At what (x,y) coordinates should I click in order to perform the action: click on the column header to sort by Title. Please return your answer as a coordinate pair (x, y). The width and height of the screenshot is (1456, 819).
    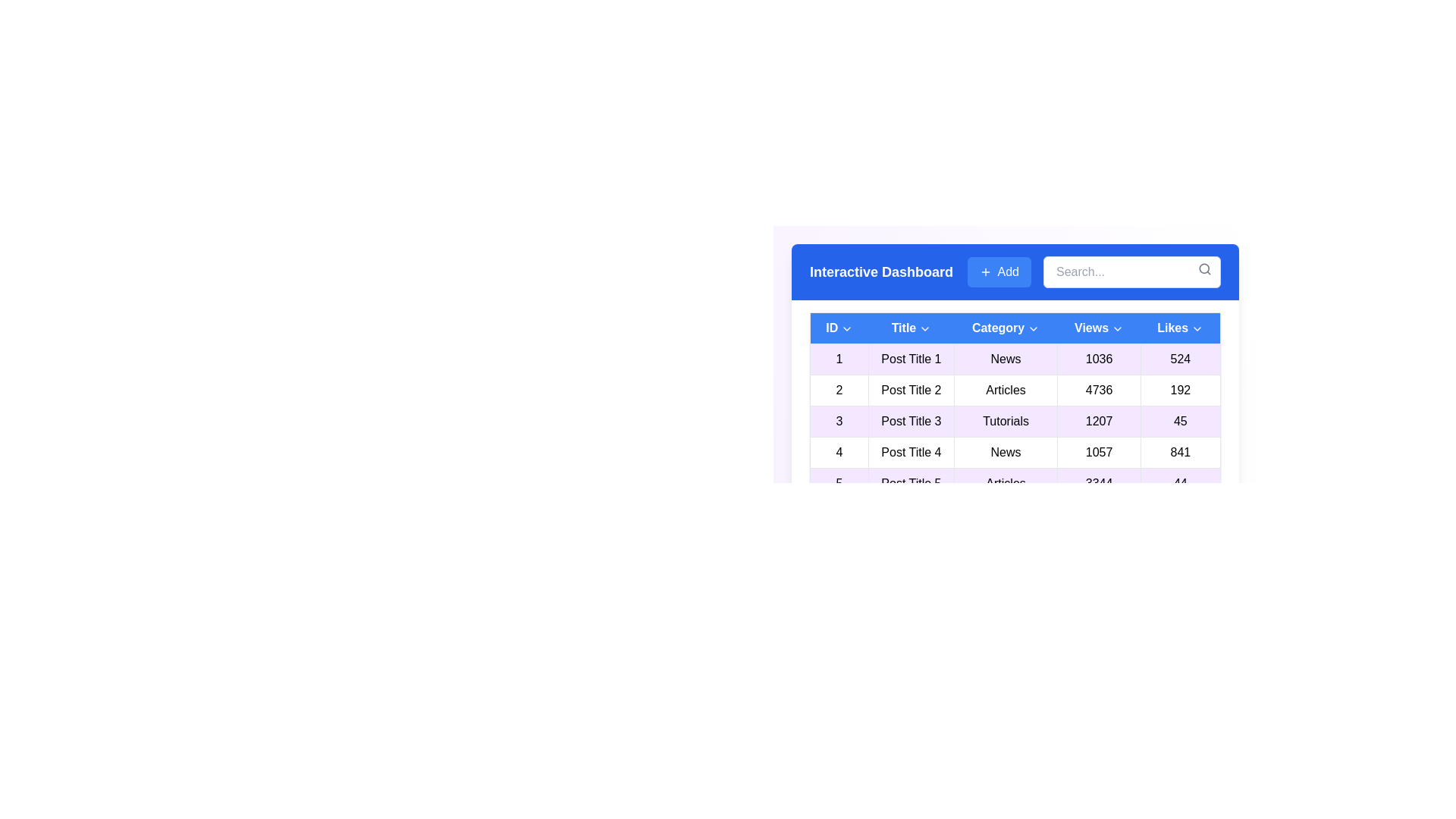
    Looking at the image, I should click on (910, 327).